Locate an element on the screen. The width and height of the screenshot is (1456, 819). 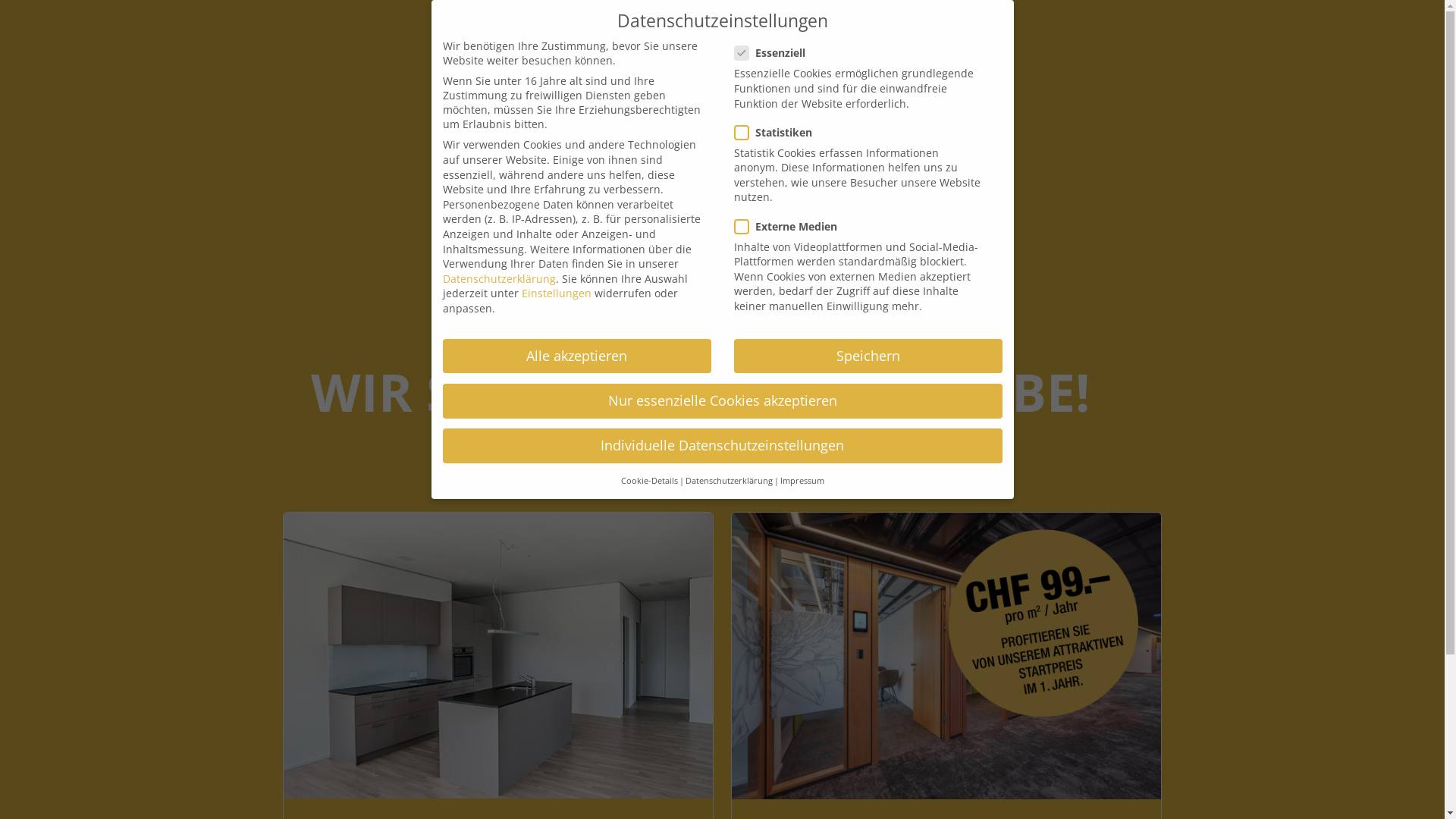
'Nur essenzielle Cookies akzeptieren' is located at coordinates (722, 400).